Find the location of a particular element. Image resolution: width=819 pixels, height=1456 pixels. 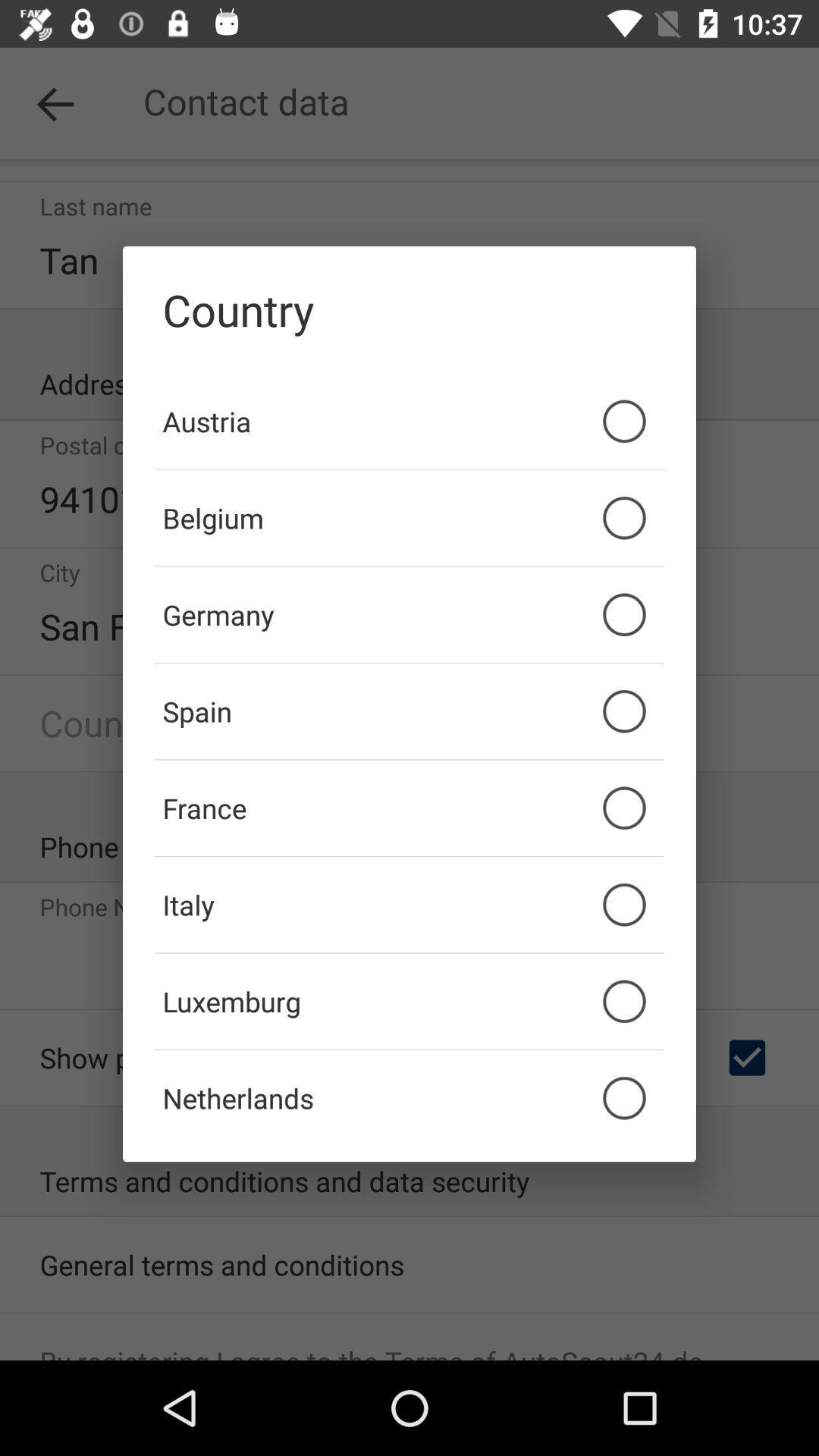

the germany icon is located at coordinates (409, 614).